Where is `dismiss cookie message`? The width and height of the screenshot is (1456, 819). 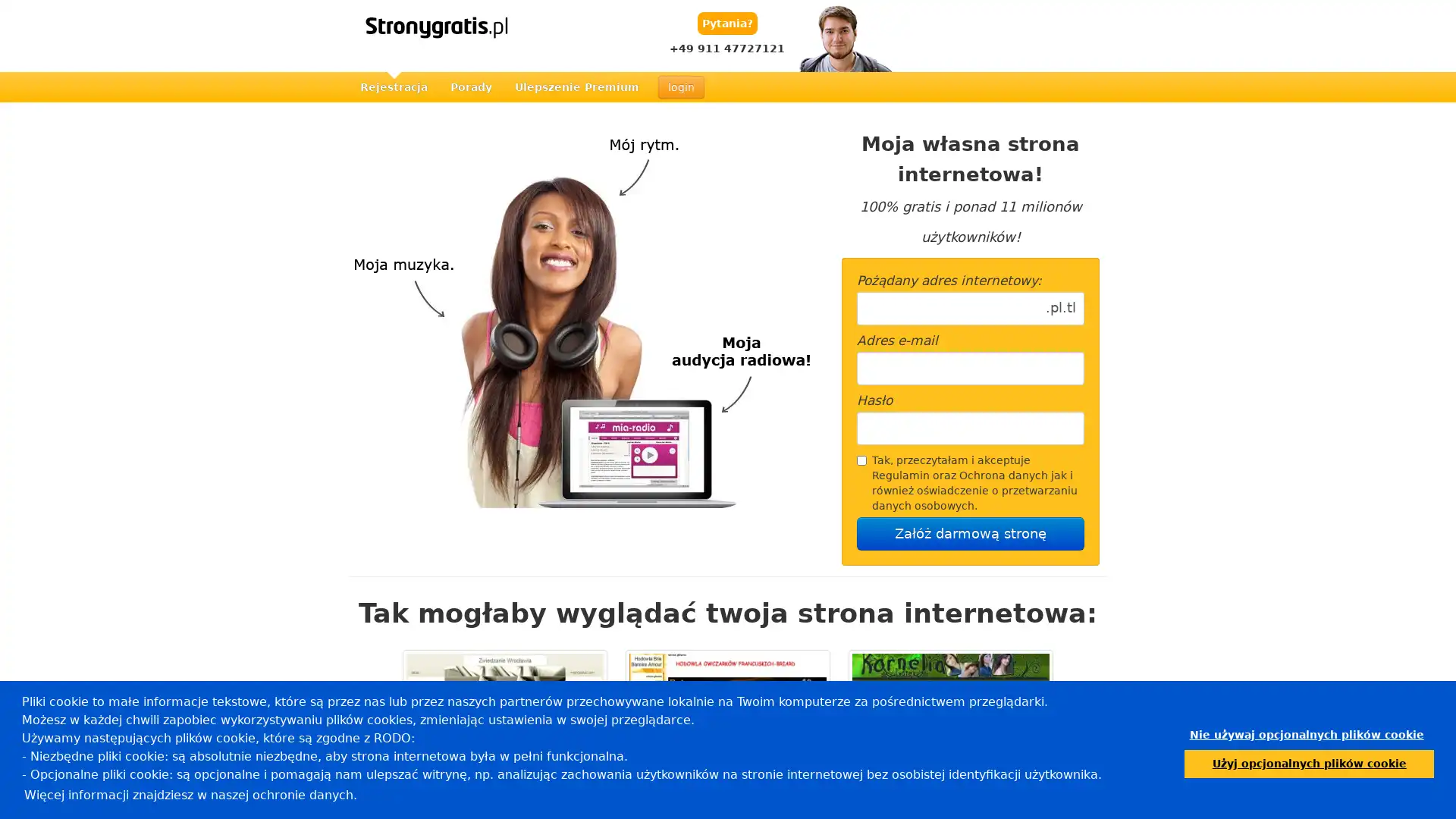
dismiss cookie message is located at coordinates (1306, 734).